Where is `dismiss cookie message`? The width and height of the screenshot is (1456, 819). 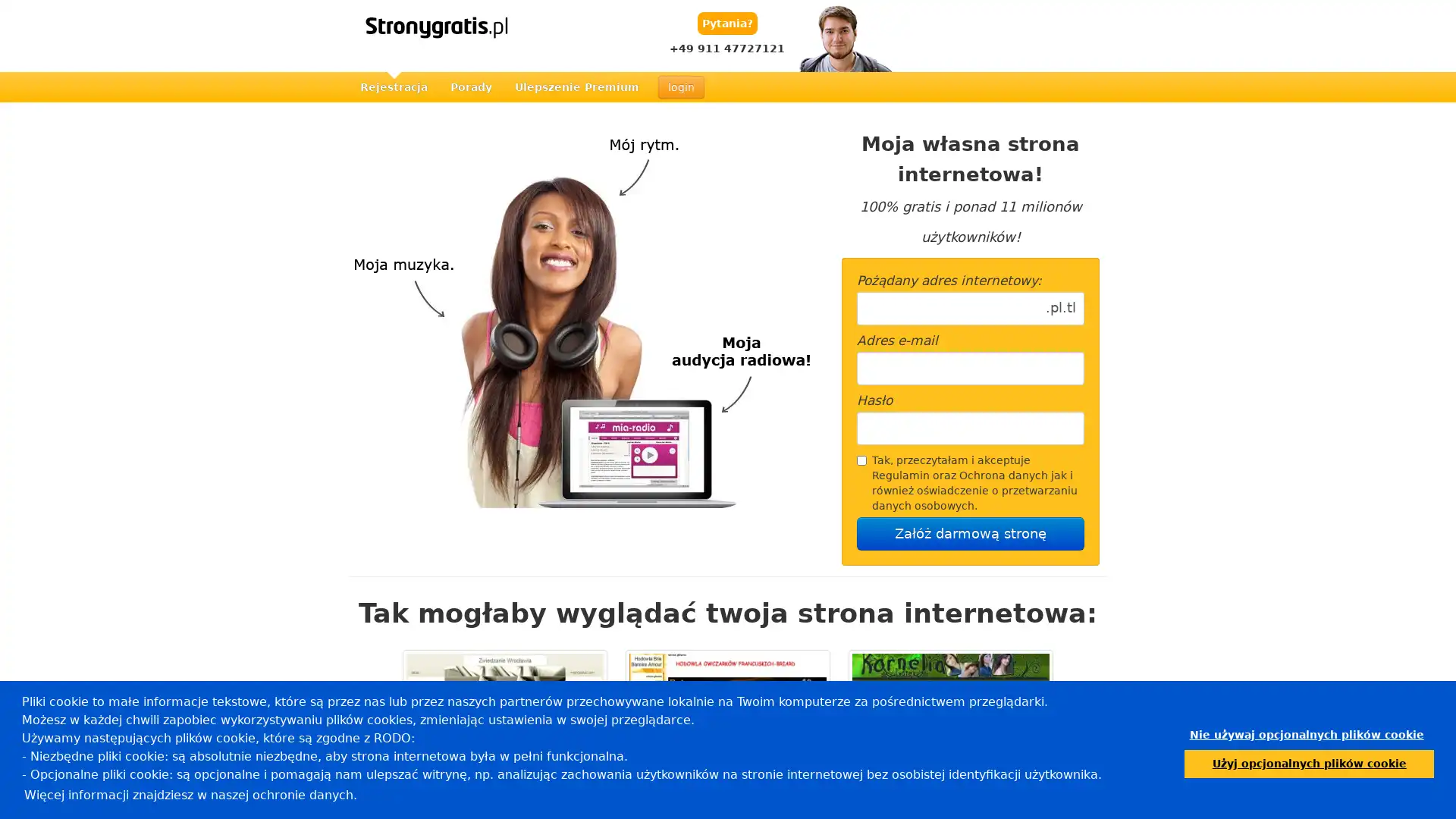
dismiss cookie message is located at coordinates (1306, 734).